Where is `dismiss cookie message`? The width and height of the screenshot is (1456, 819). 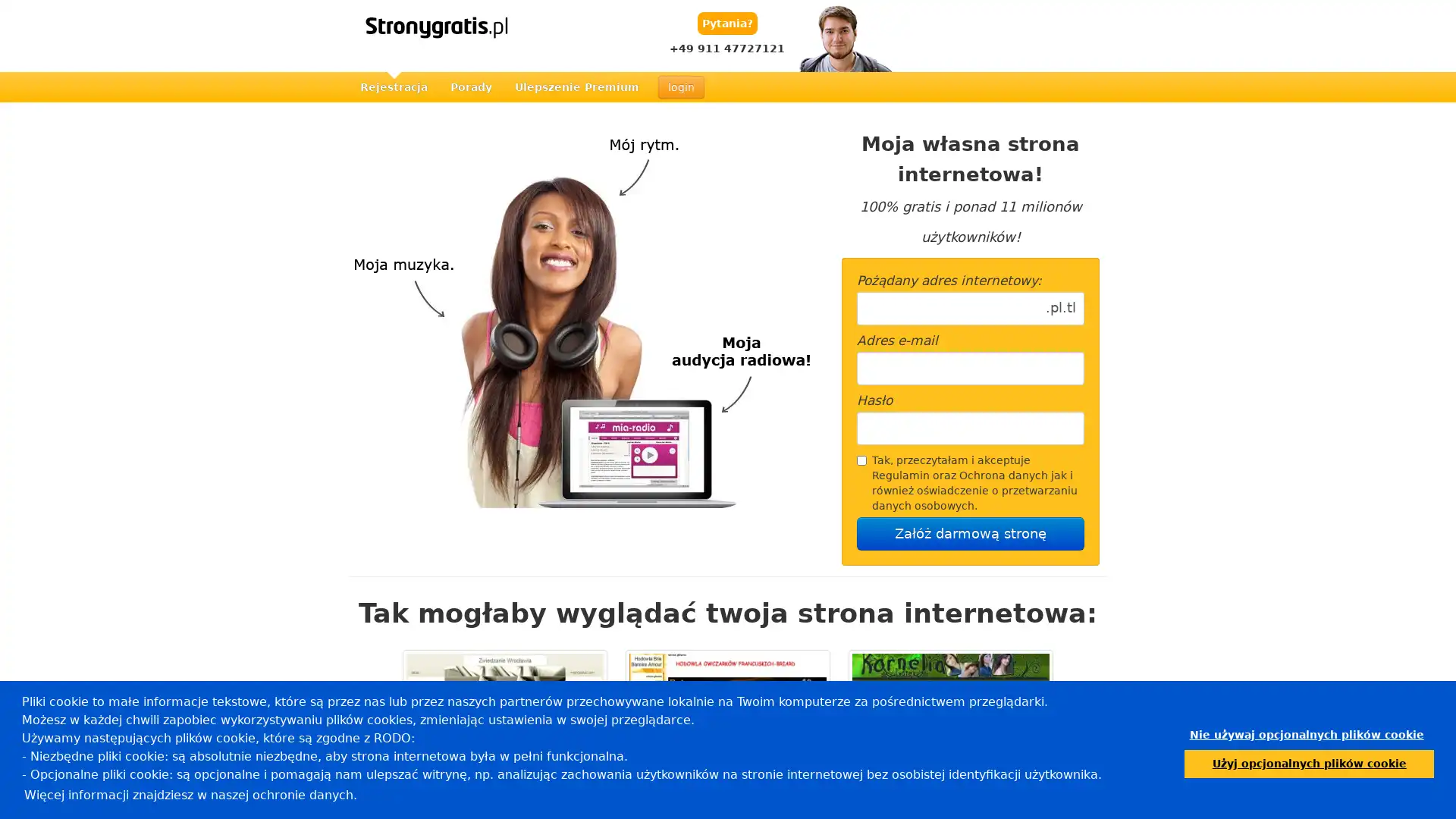
dismiss cookie message is located at coordinates (1306, 734).